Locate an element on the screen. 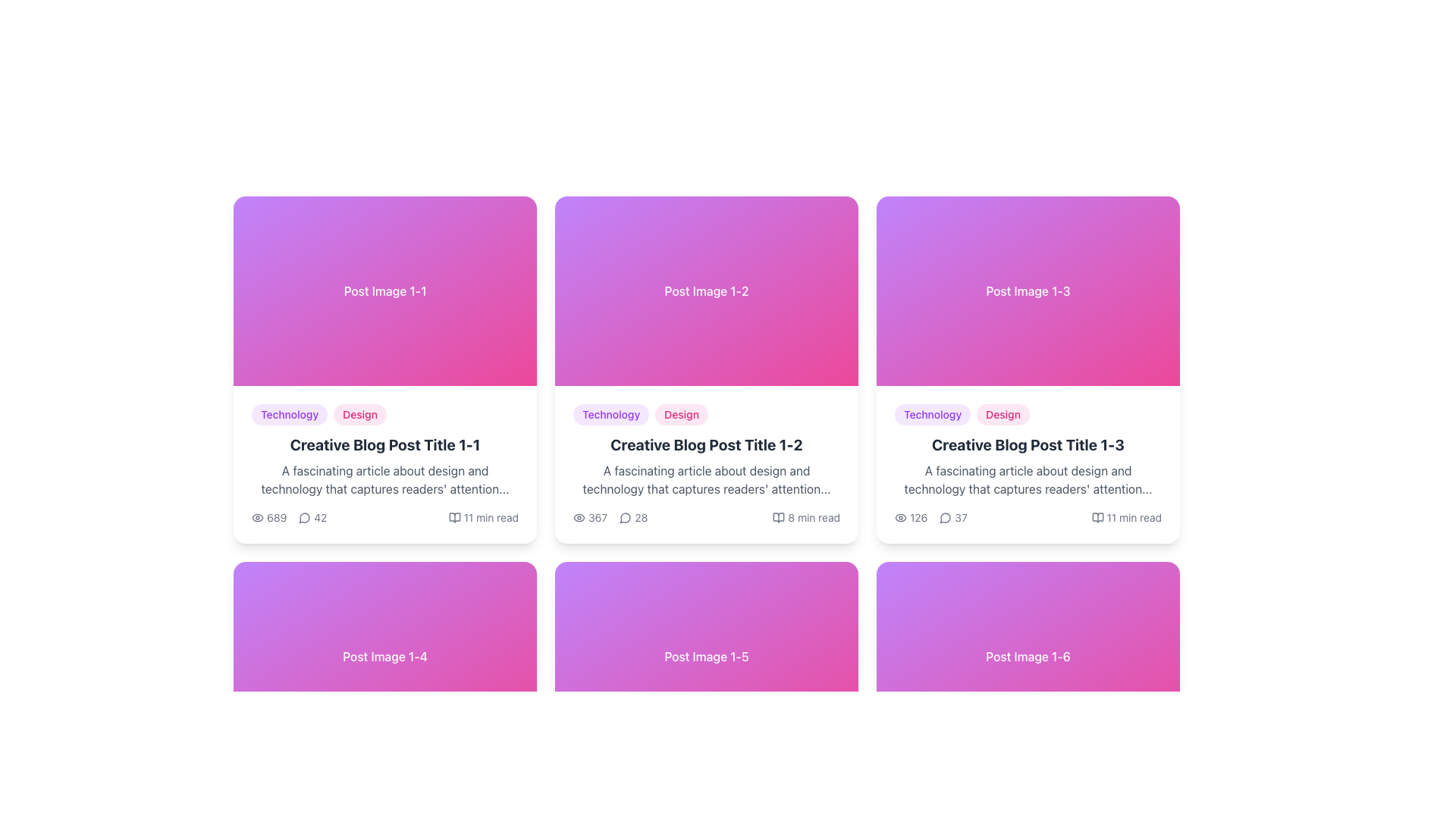 Image resolution: width=1456 pixels, height=819 pixels. the small, black outline icon of an open book located to the left of the text '11 min read' at the bottom-right corner of the card for the blog post titled 'Creative Blog Post Title 1-3' is located at coordinates (1097, 516).